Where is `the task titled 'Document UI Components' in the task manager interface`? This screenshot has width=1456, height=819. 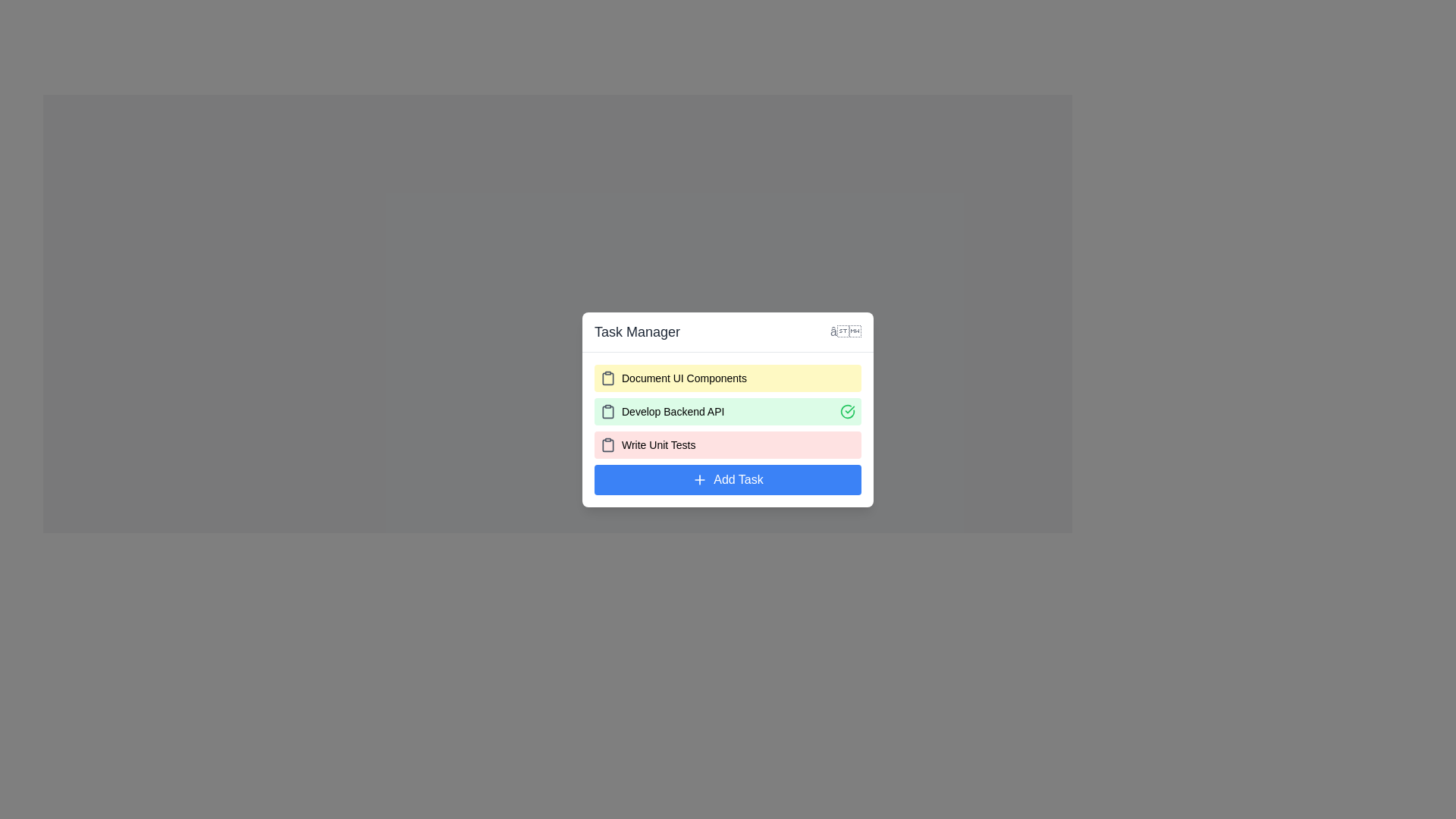
the task titled 'Document UI Components' in the task manager interface is located at coordinates (728, 376).